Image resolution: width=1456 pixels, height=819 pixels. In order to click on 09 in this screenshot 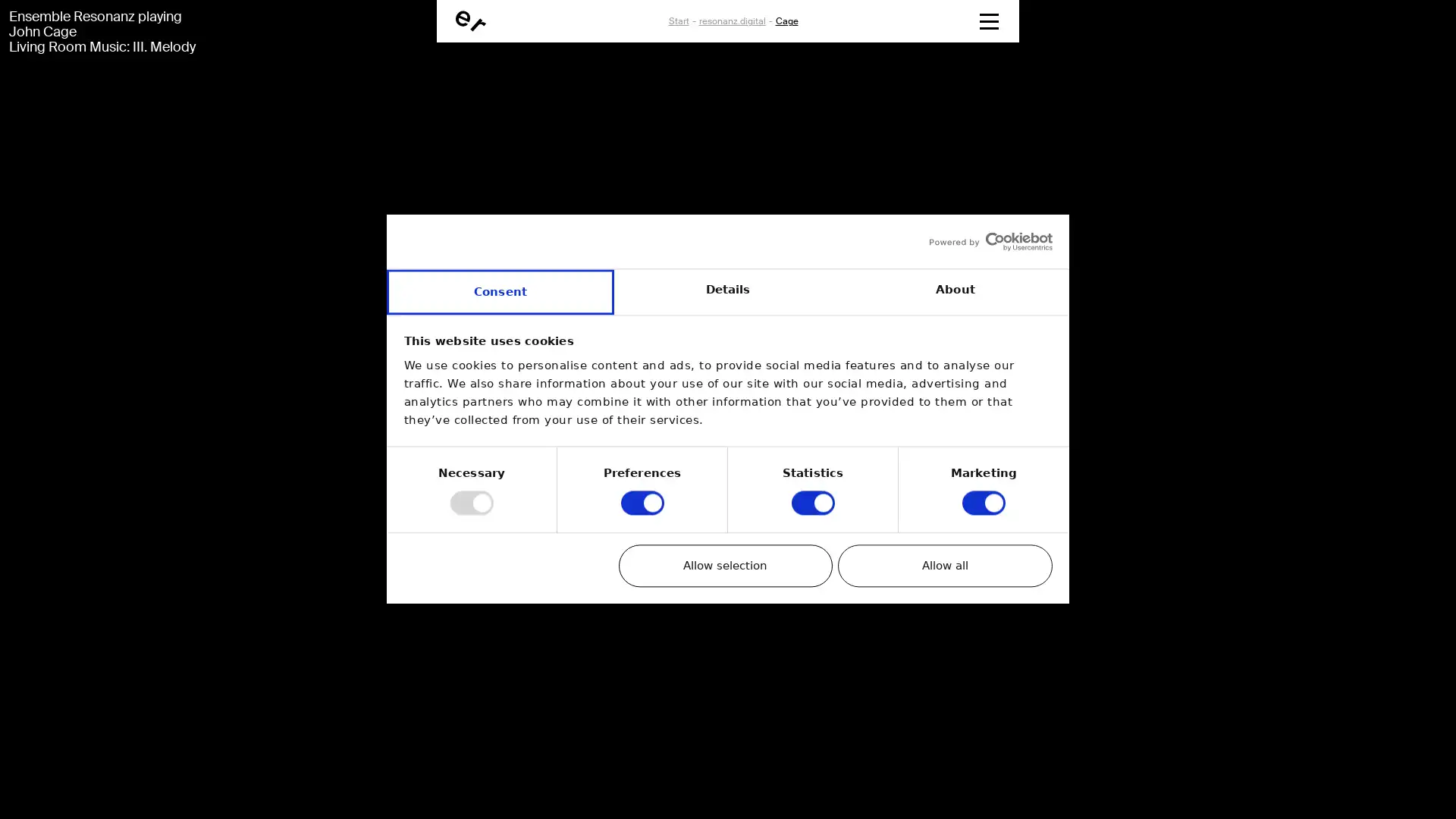, I will do `click(1166, 801)`.